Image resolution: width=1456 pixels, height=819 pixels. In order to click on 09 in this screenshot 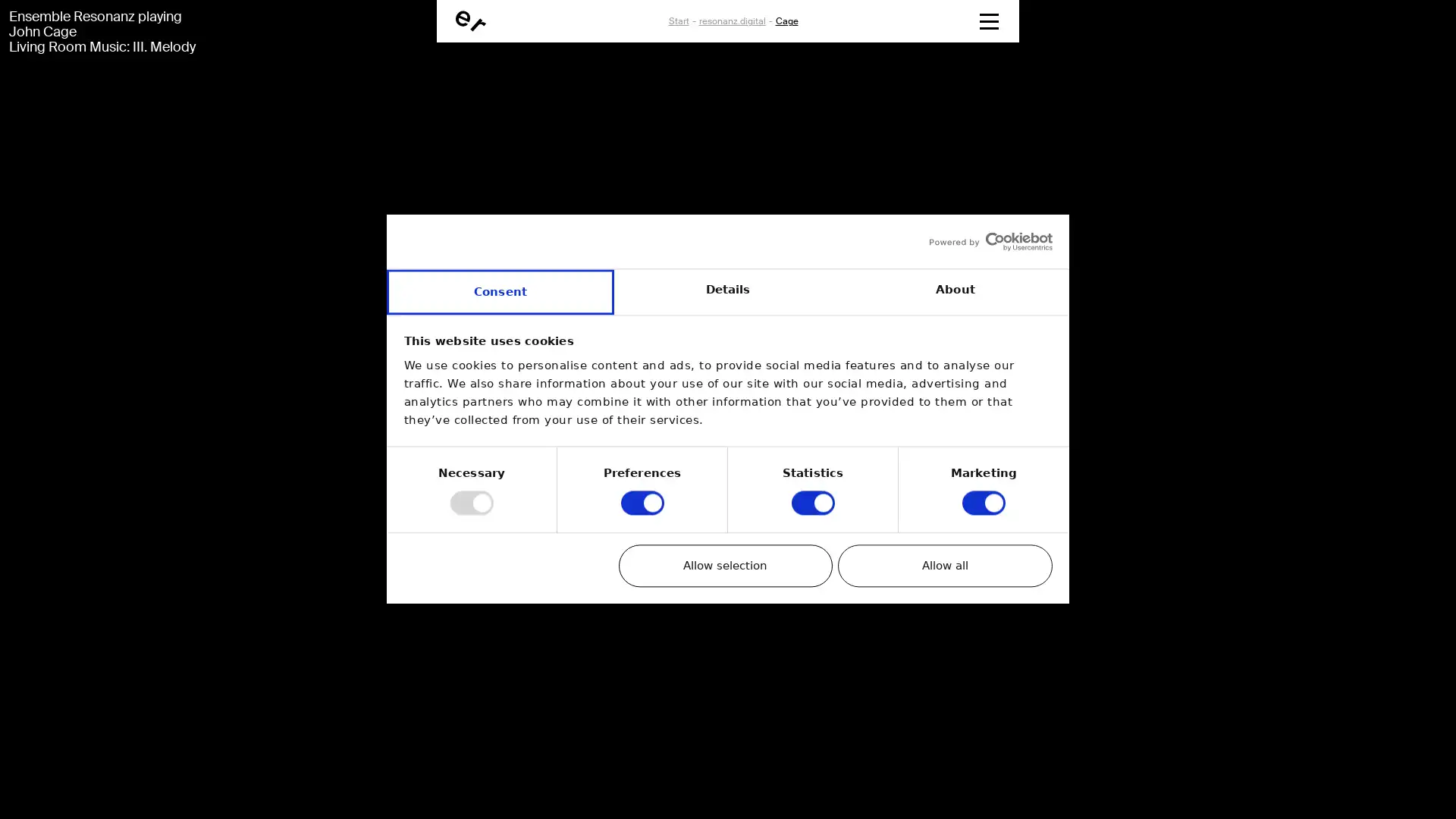, I will do `click(1166, 801)`.